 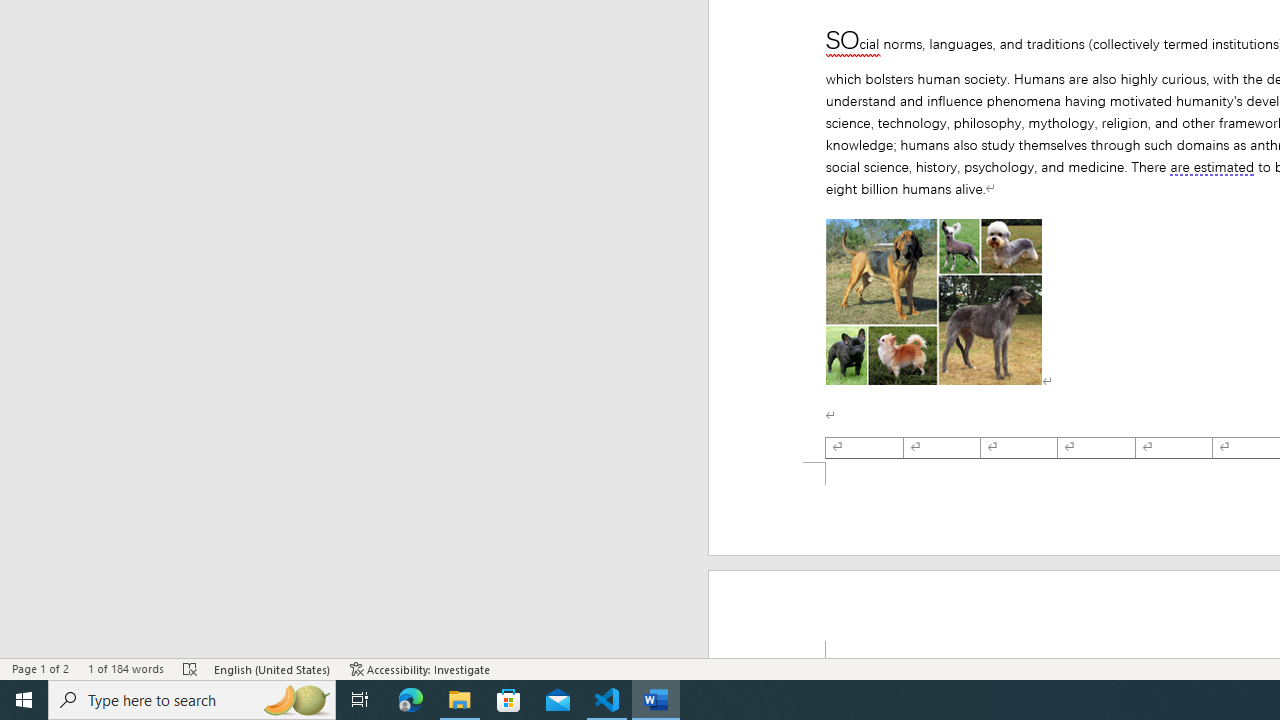 I want to click on 'Language English (United States)', so click(x=272, y=669).